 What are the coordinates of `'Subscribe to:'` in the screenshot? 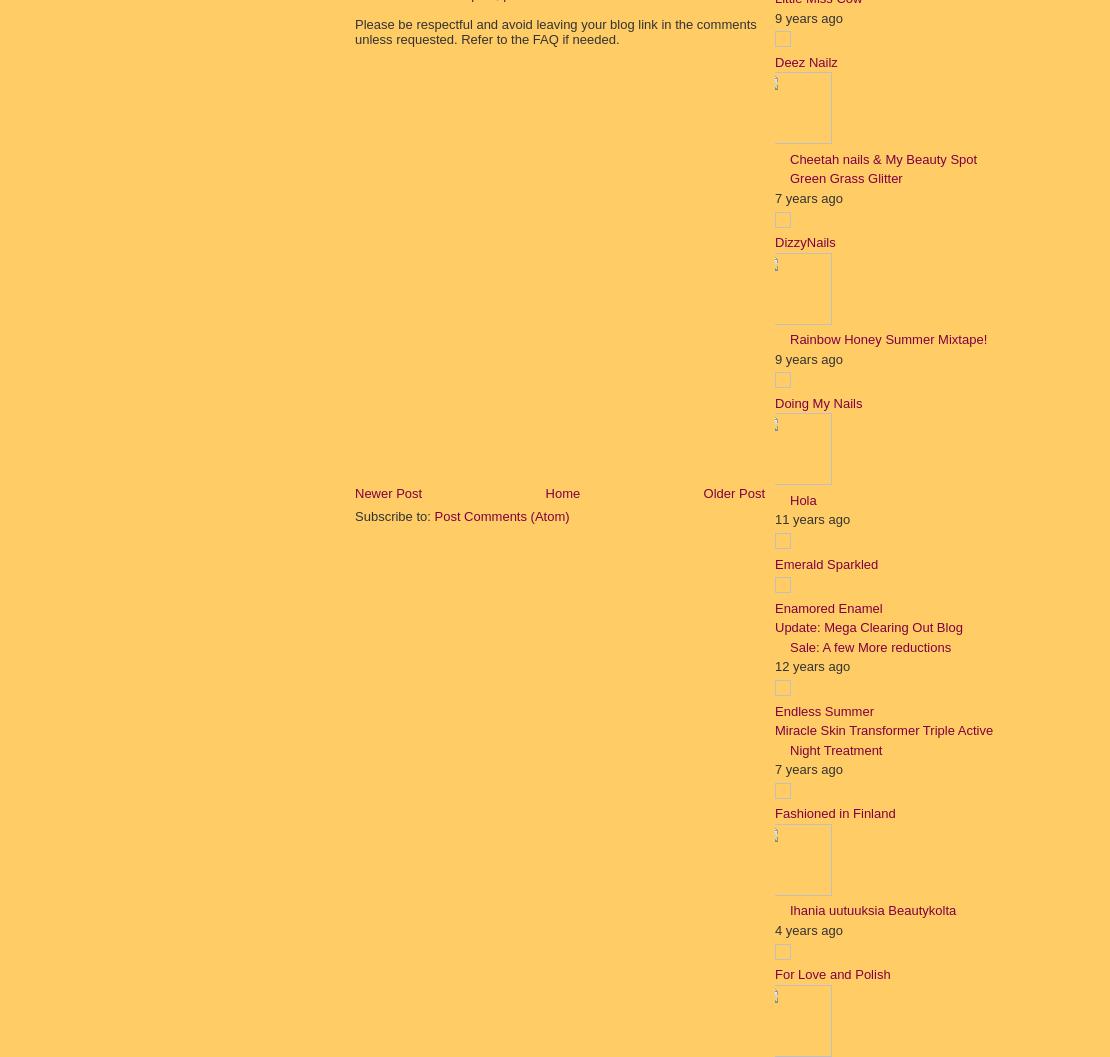 It's located at (393, 516).